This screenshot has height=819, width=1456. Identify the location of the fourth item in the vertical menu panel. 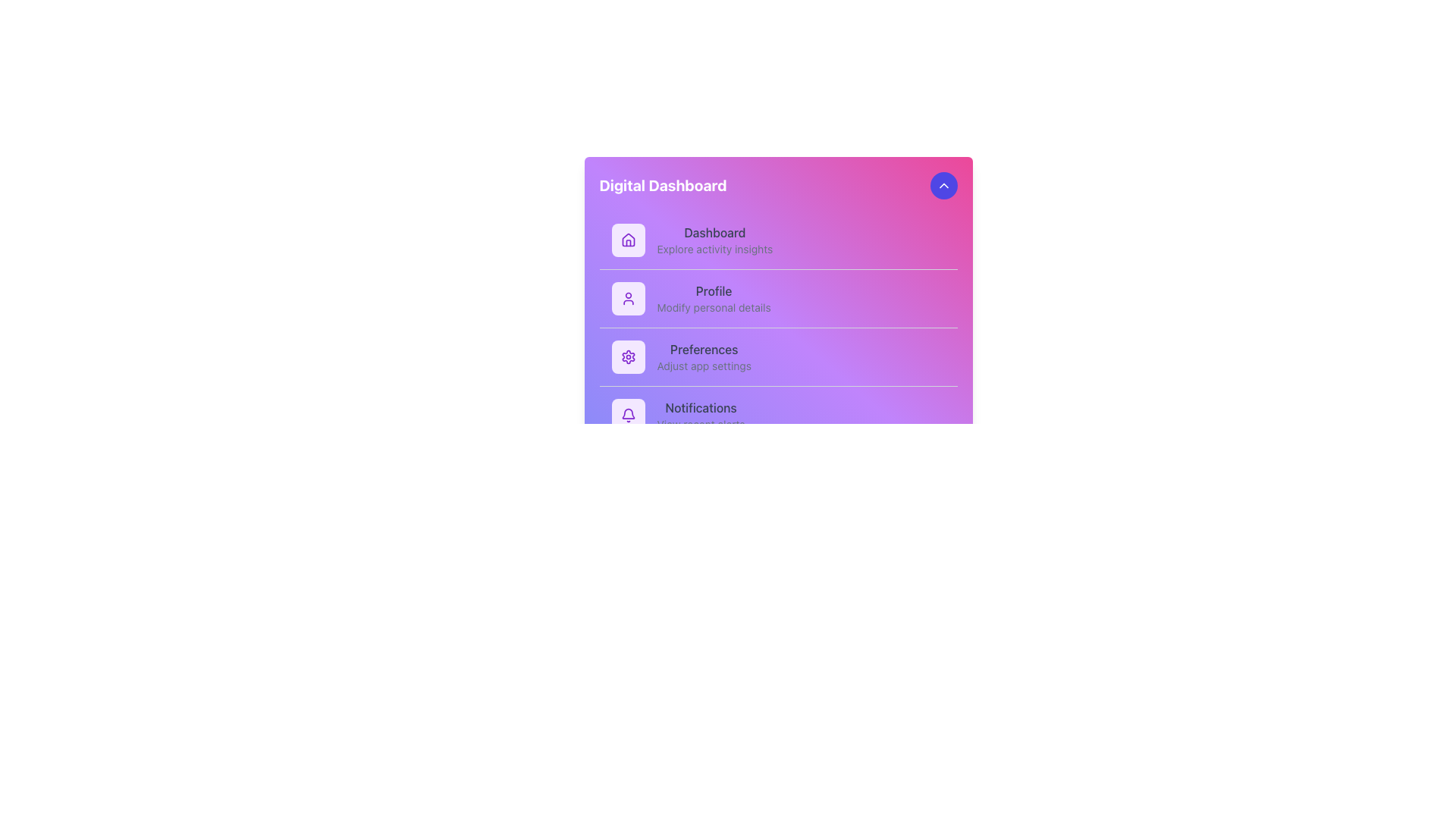
(778, 415).